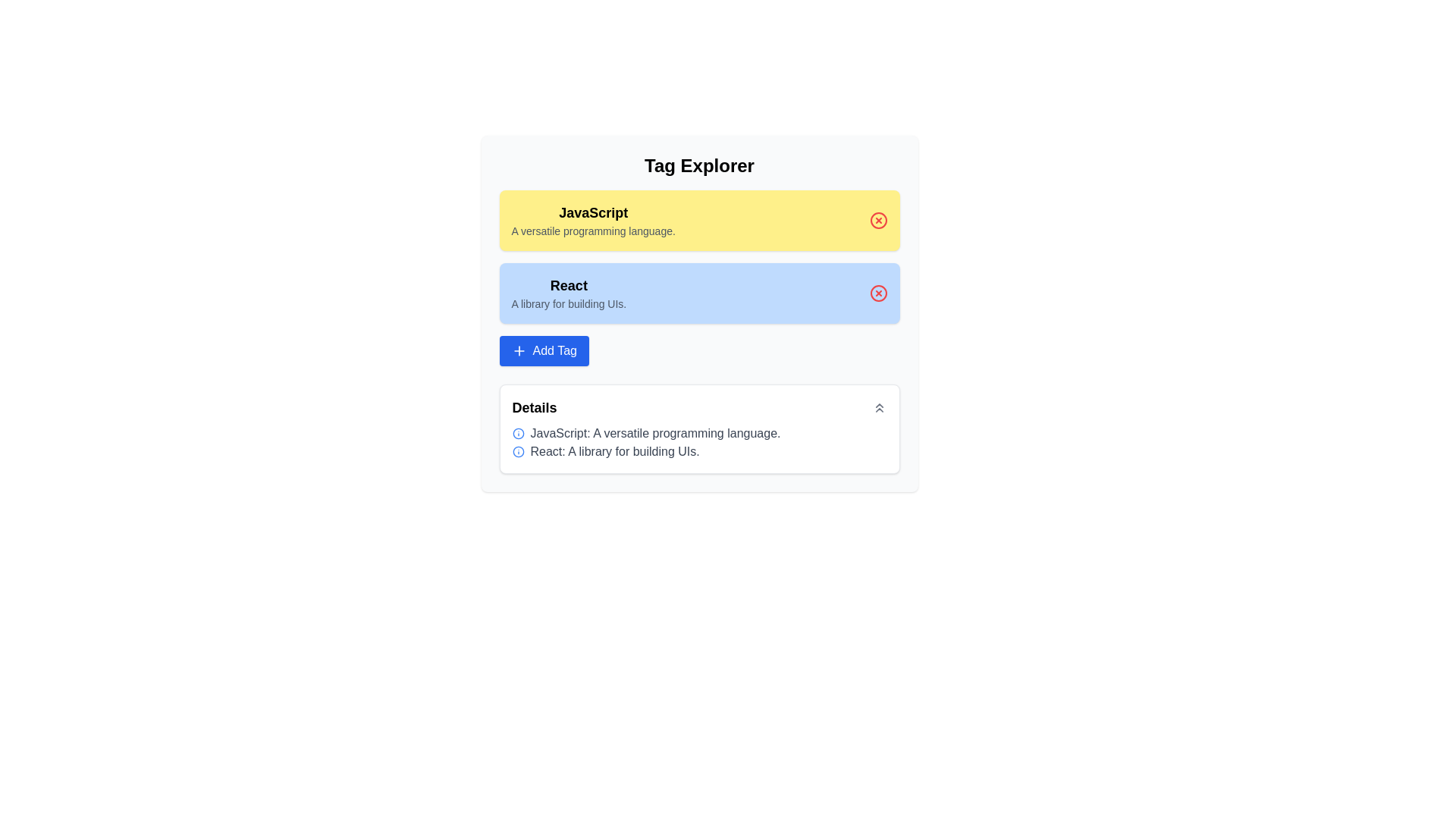  I want to click on displayed information about 'JavaScript' from the first element in the vertical list, which contains a red 'X' button for dismissal, so click(698, 220).